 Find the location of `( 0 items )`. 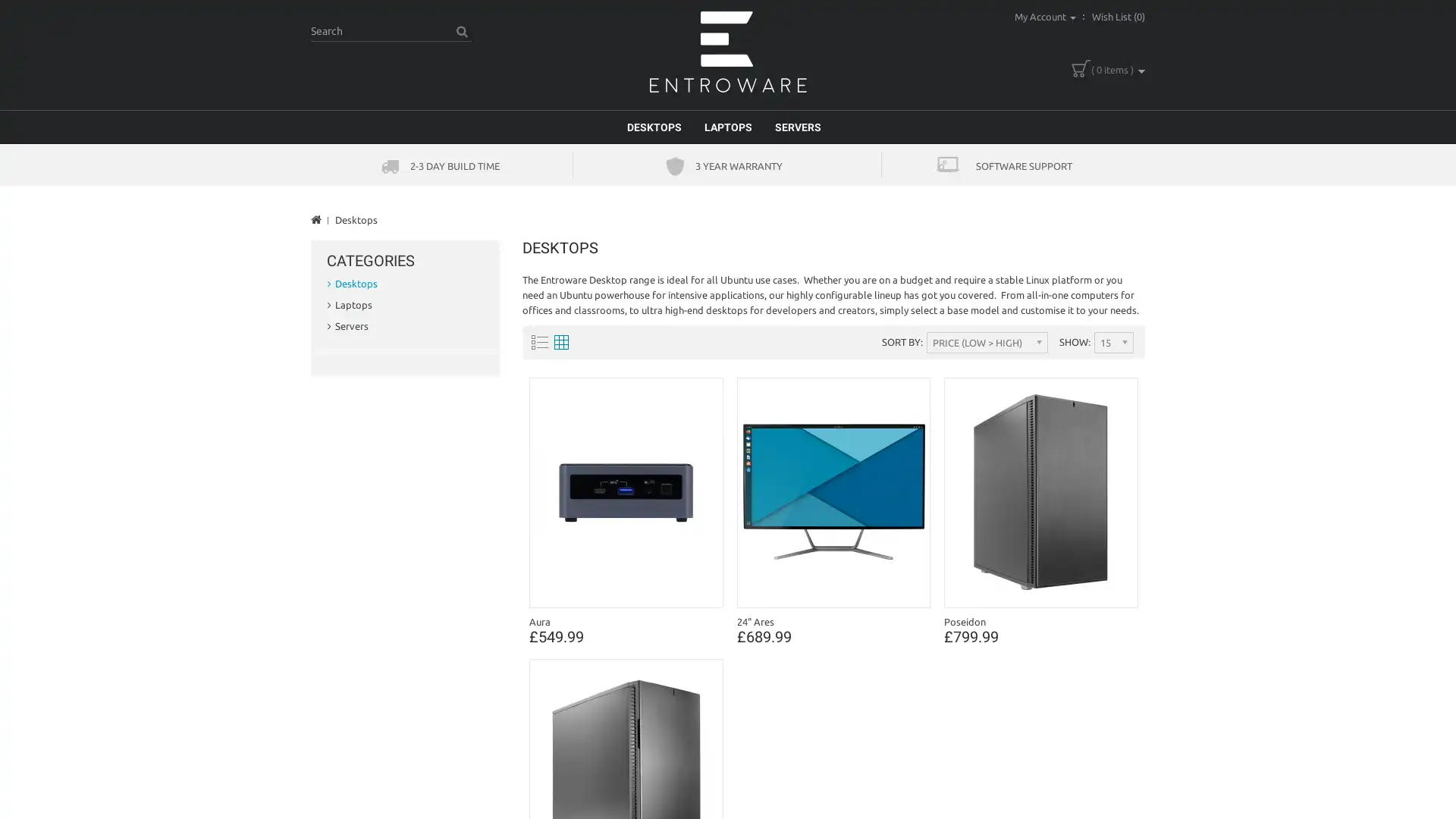

( 0 items ) is located at coordinates (1108, 69).